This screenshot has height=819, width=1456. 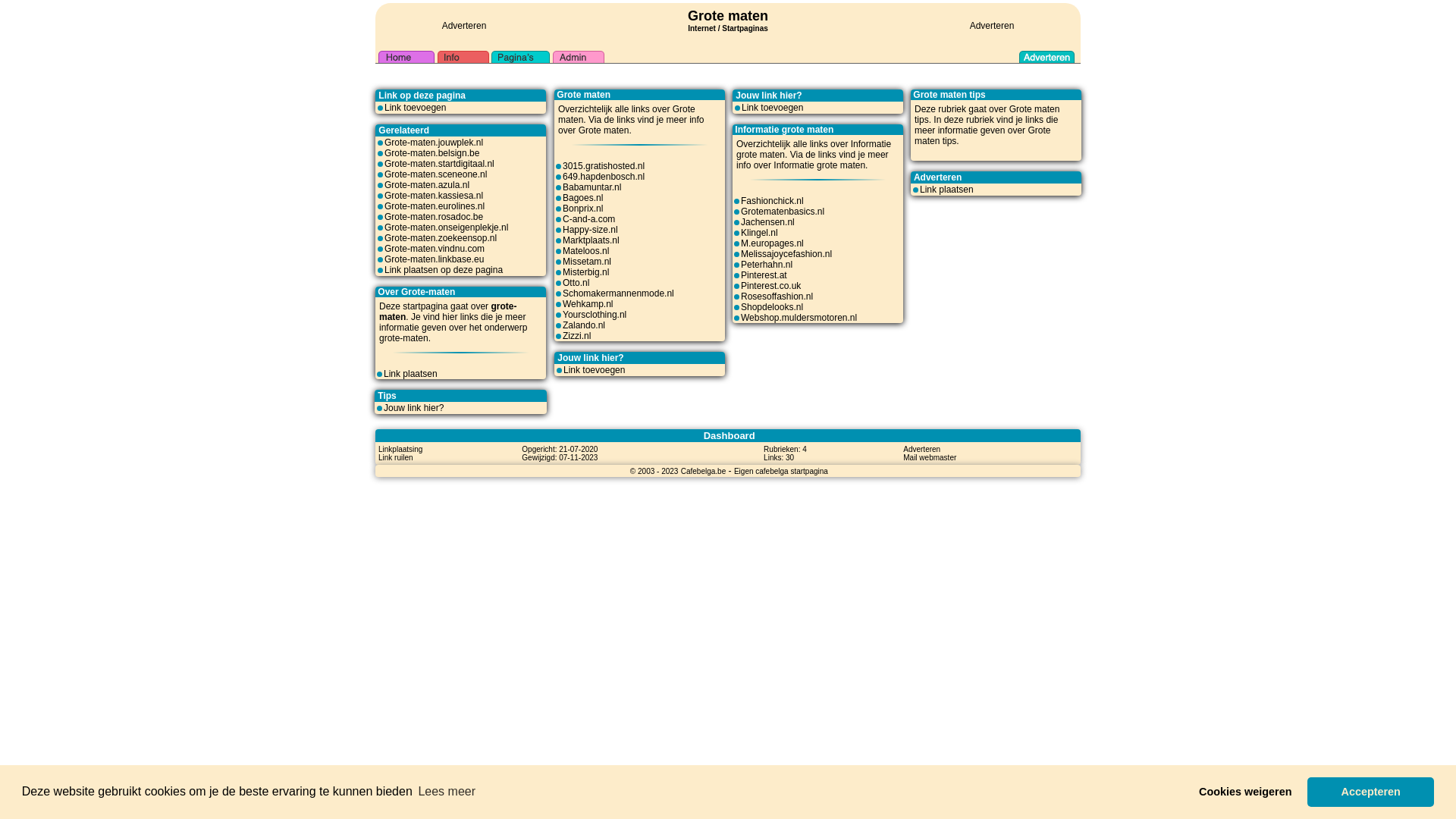 What do you see at coordinates (432, 143) in the screenshot?
I see `'Grote-maten.jouwplek.nl'` at bounding box center [432, 143].